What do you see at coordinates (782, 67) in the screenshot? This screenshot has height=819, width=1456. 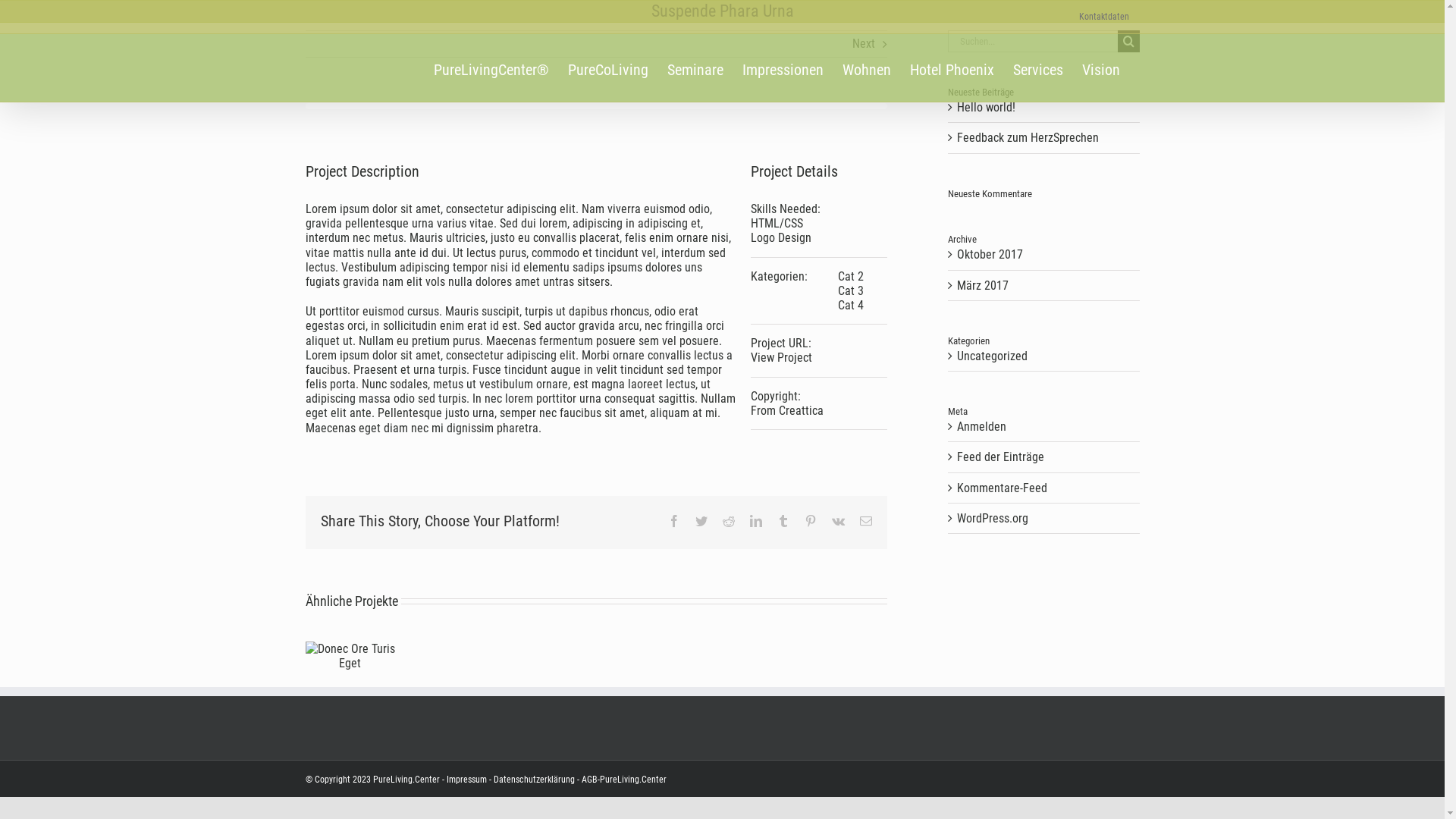 I see `'Impressionen'` at bounding box center [782, 67].